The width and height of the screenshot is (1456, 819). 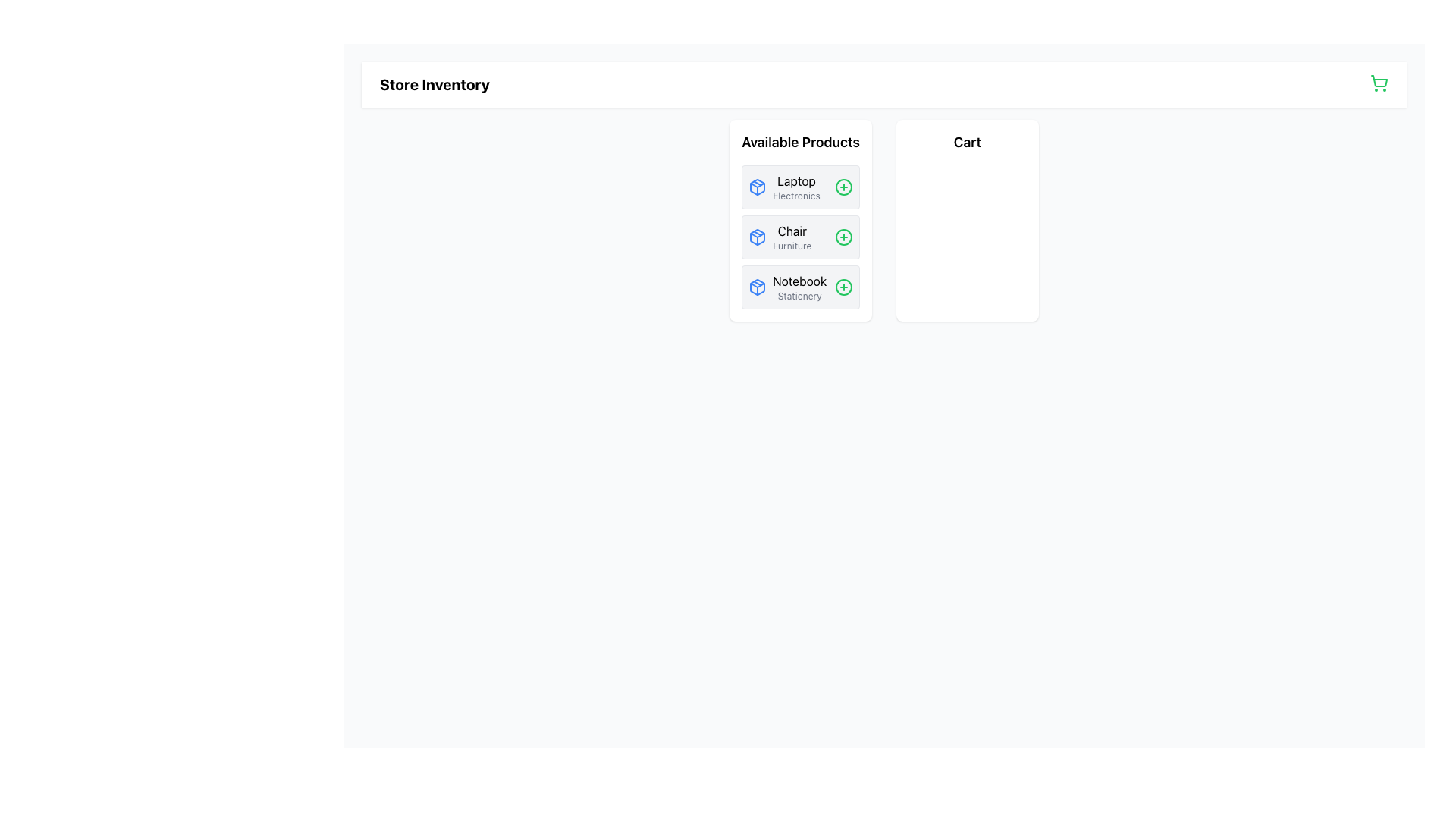 I want to click on the 'Notebook' label, which categorizes a product under 'Stationery', so click(x=799, y=287).